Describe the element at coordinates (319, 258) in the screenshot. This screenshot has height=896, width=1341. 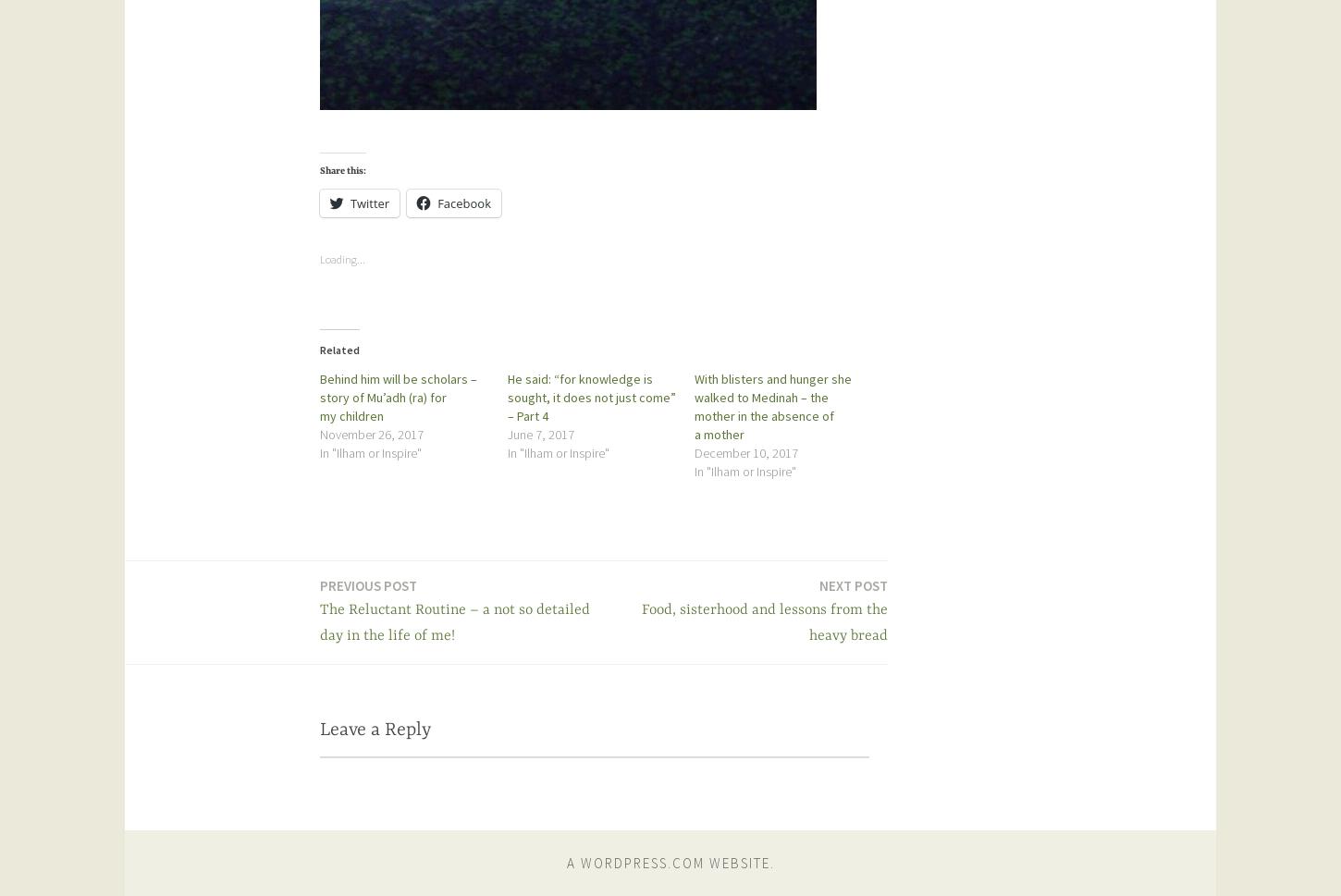
I see `'Loading...'` at that location.